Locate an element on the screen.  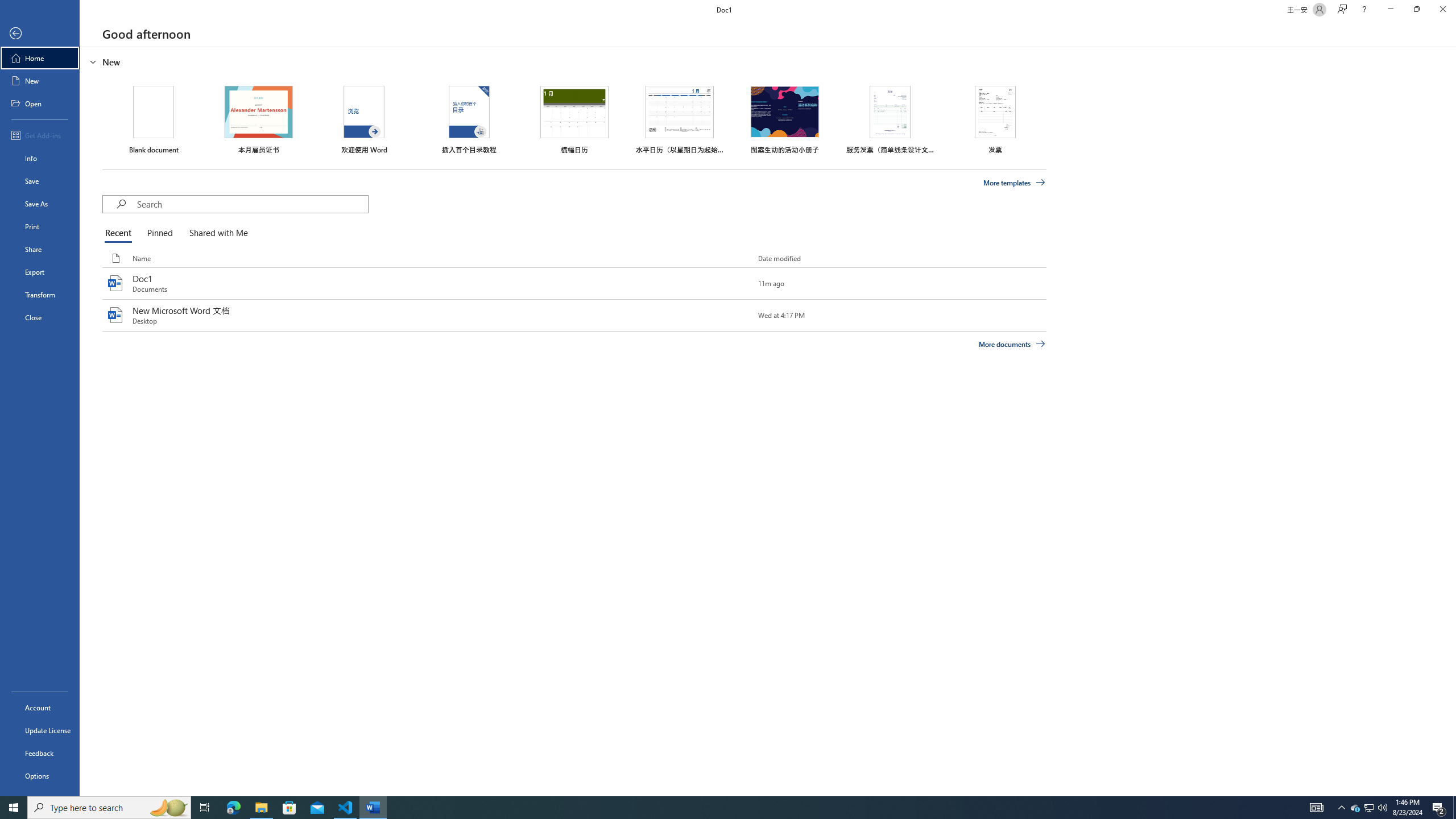
'Update License' is located at coordinates (39, 730).